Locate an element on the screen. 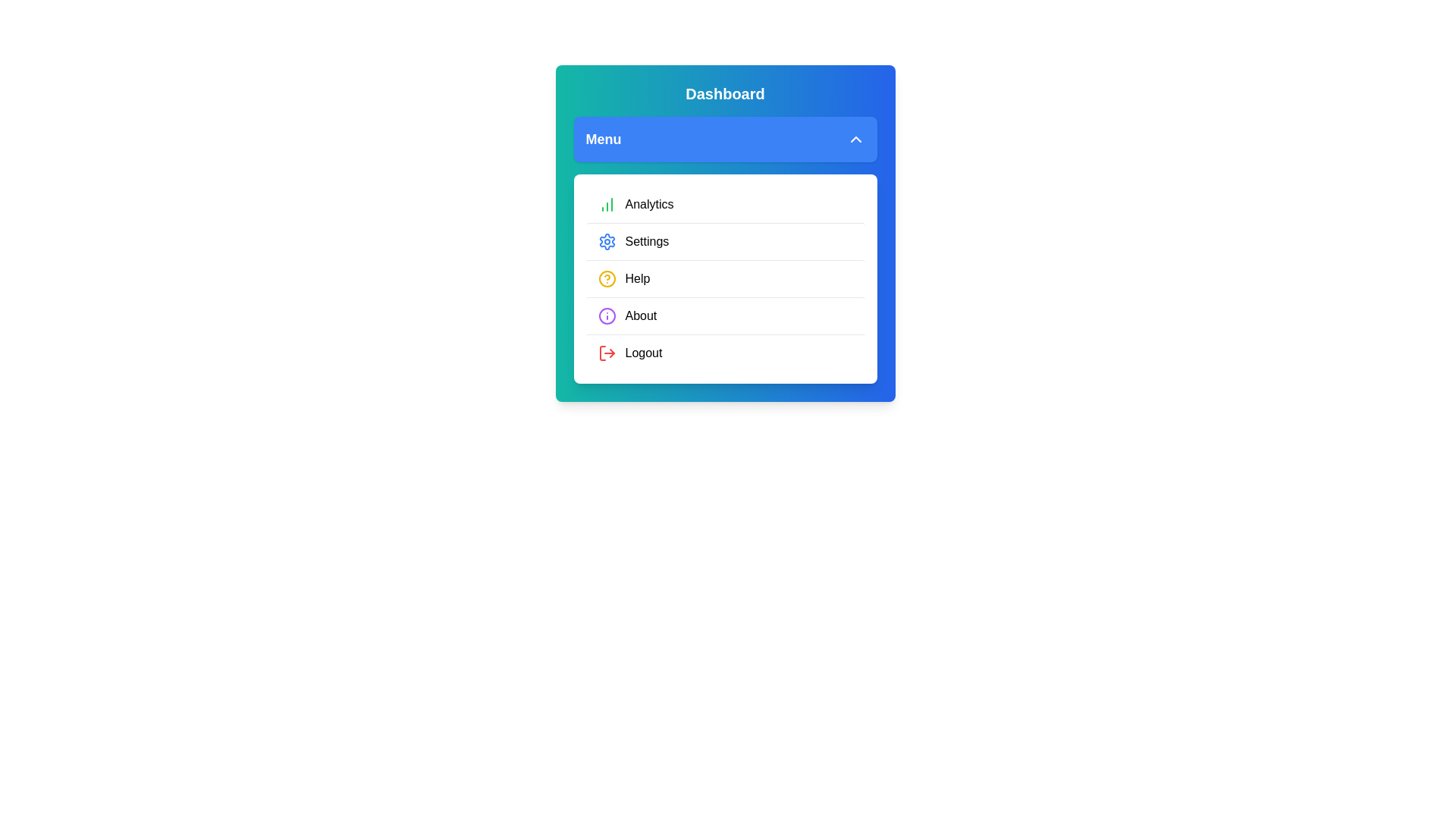  the 'Menu' label, which is styled with bold white text on a blue background and located at the left side of the header bar in the dropdown menu panel is located at coordinates (603, 140).